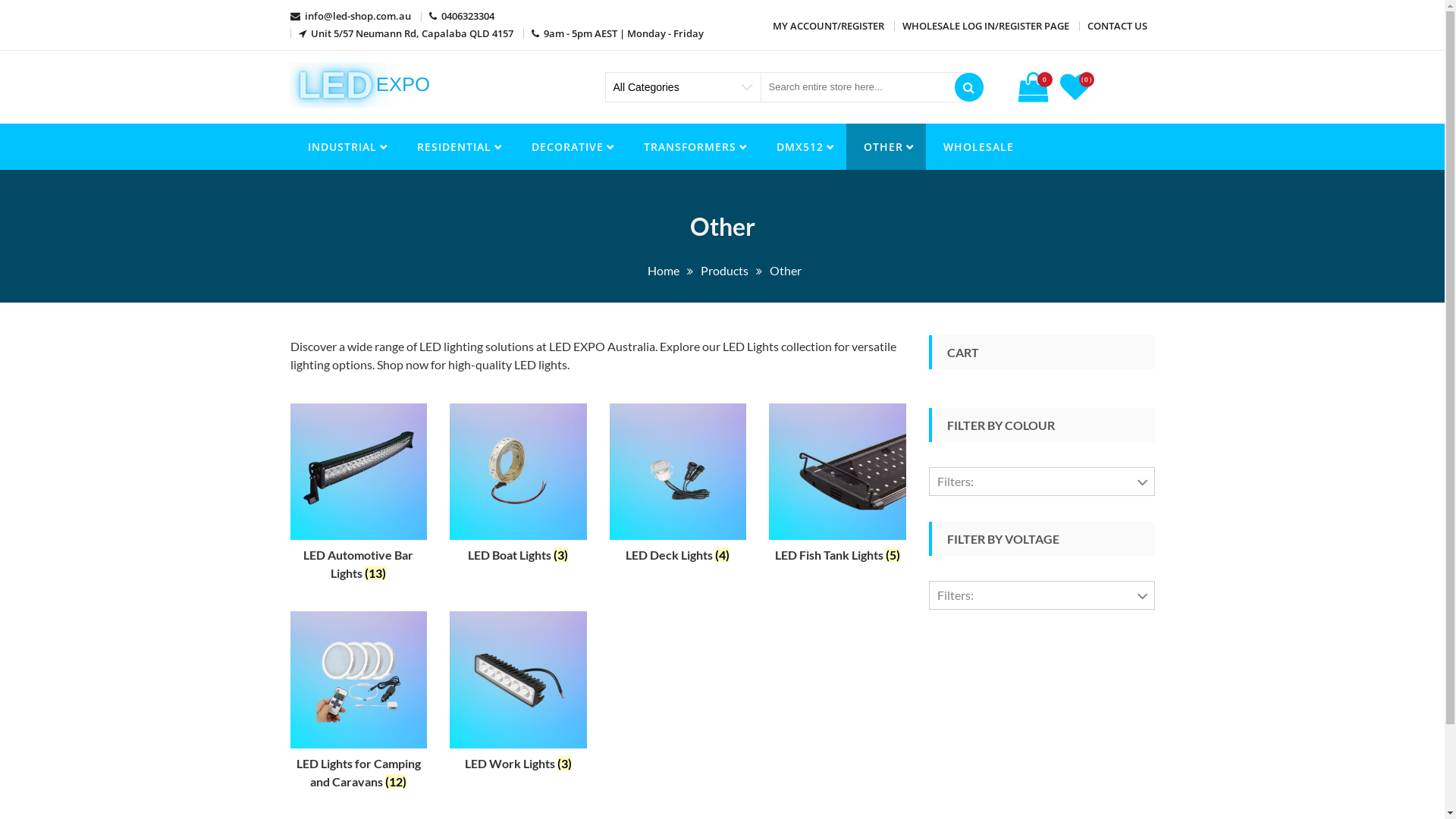 The height and width of the screenshot is (819, 1456). I want to click on '  Unit 5/57 Neumann Rd, Capalaba QLD 4157', so click(406, 33).